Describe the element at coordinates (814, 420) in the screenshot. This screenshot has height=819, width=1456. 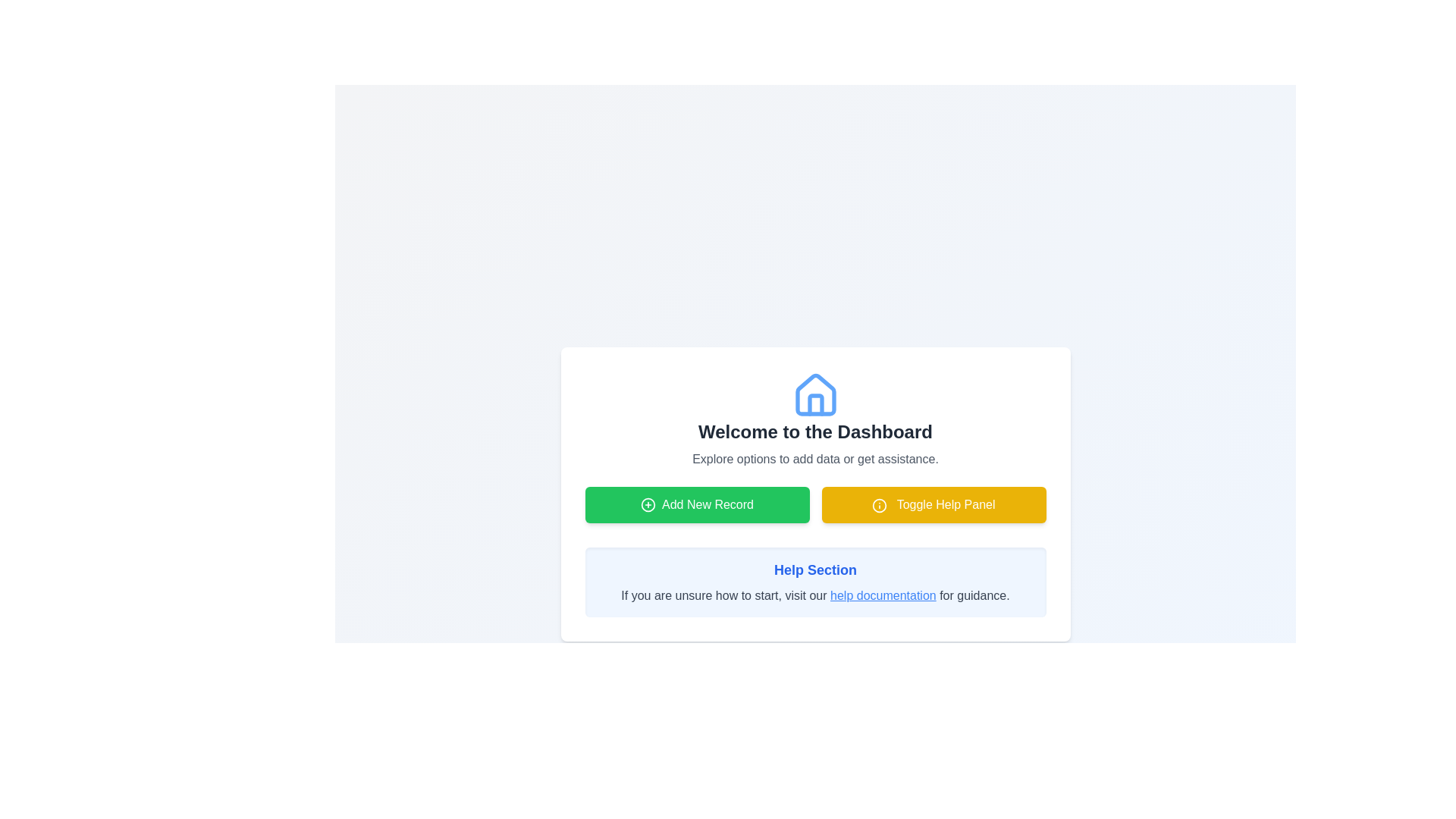
I see `displayed message on the Information Display Component, which features a house icon and the text 'Welcome to the Dashboard' and 'Explore options to add data or get assistance.'` at that location.